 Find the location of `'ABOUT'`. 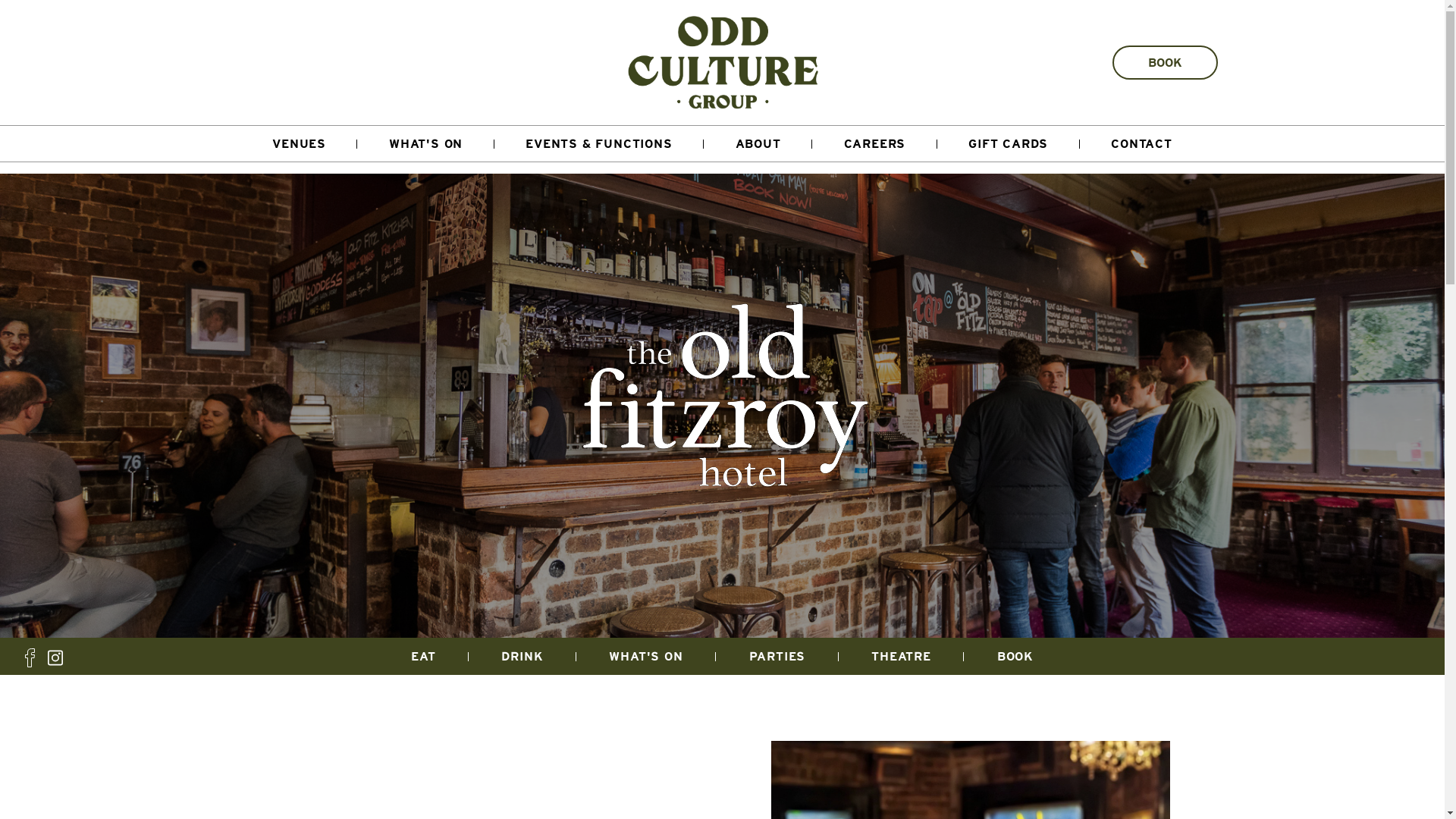

'ABOUT' is located at coordinates (702, 143).